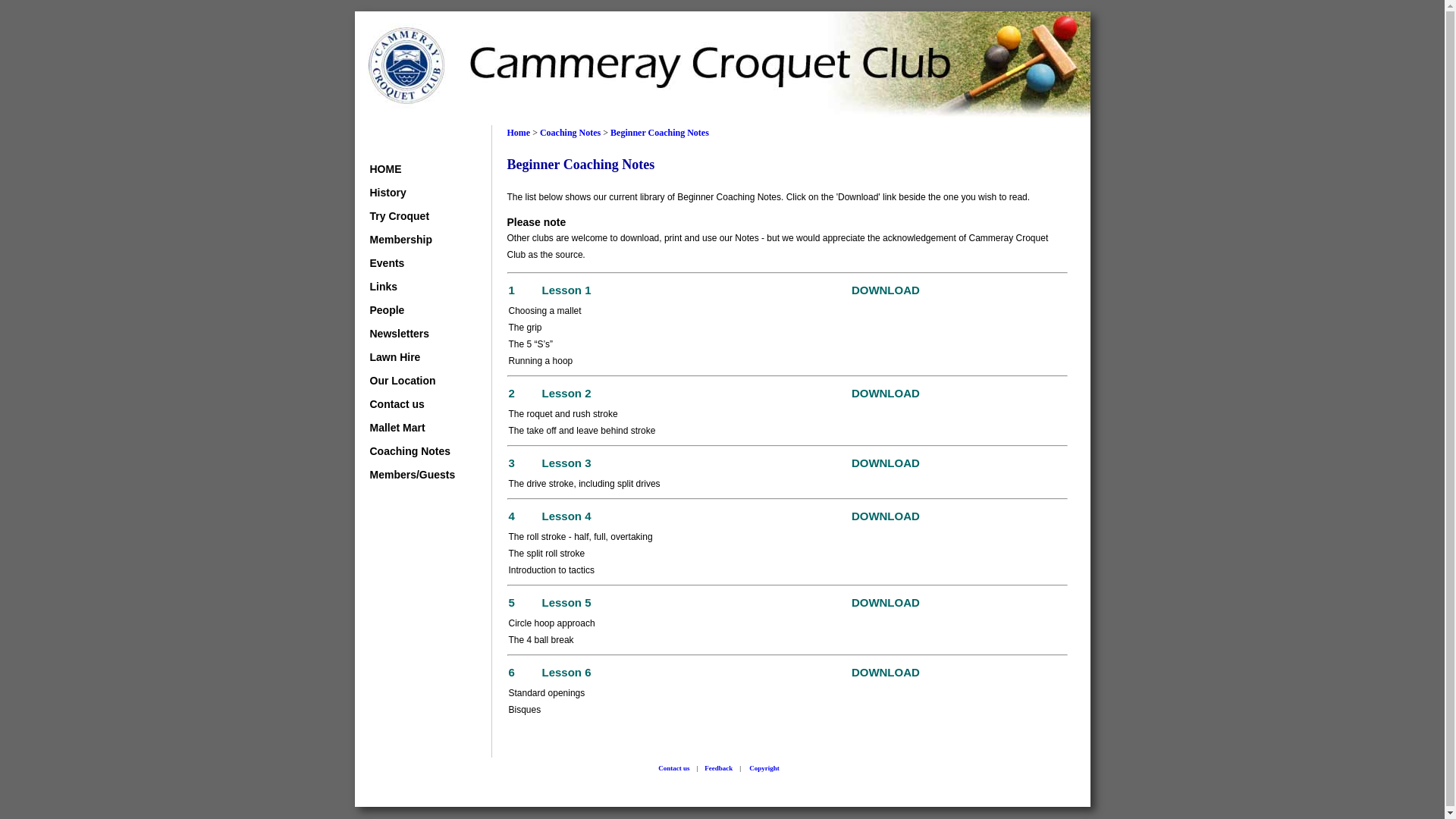  What do you see at coordinates (414, 239) in the screenshot?
I see `'Membership'` at bounding box center [414, 239].